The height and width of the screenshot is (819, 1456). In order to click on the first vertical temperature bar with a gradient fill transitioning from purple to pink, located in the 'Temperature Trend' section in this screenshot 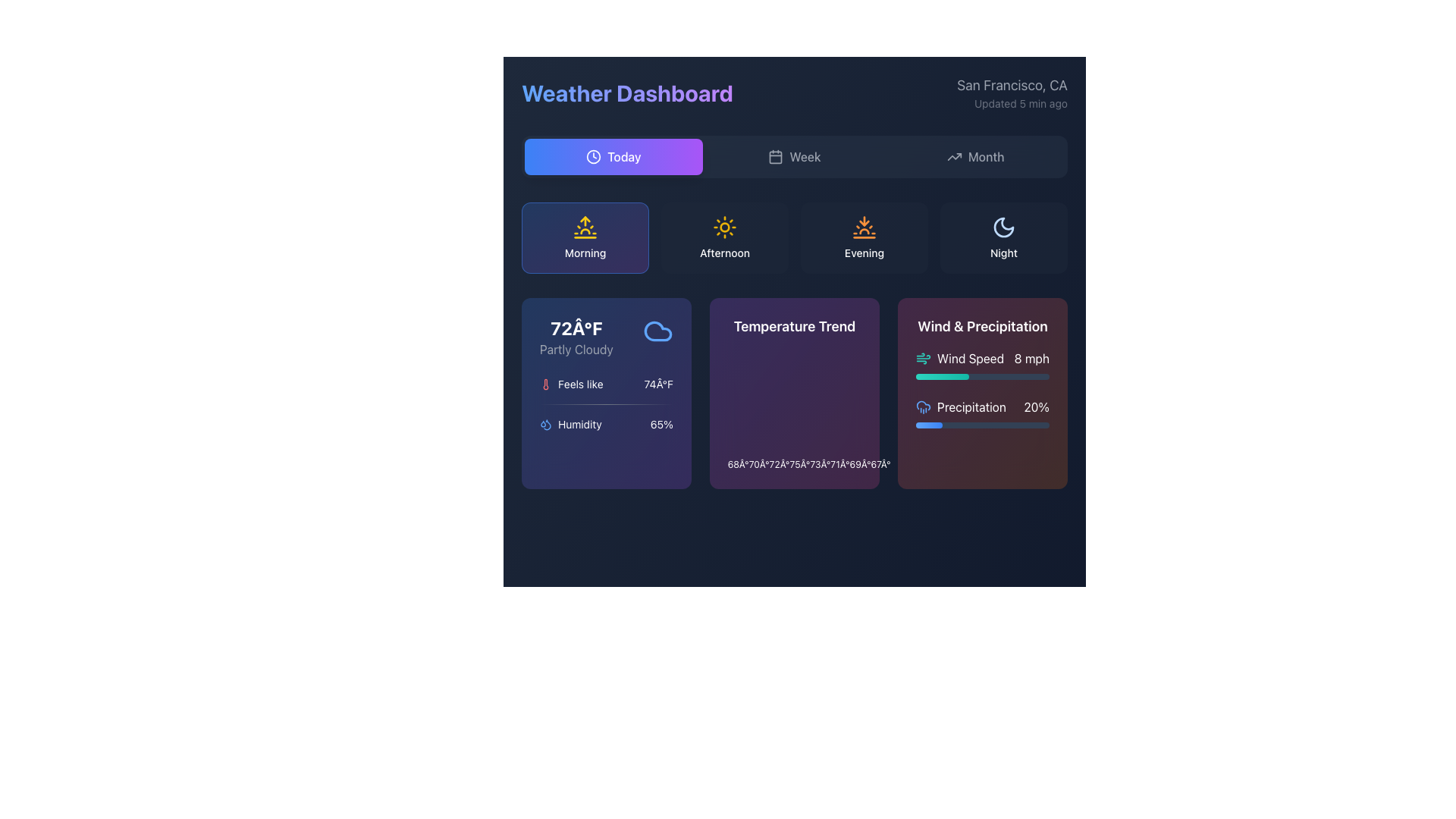, I will do `click(739, 461)`.